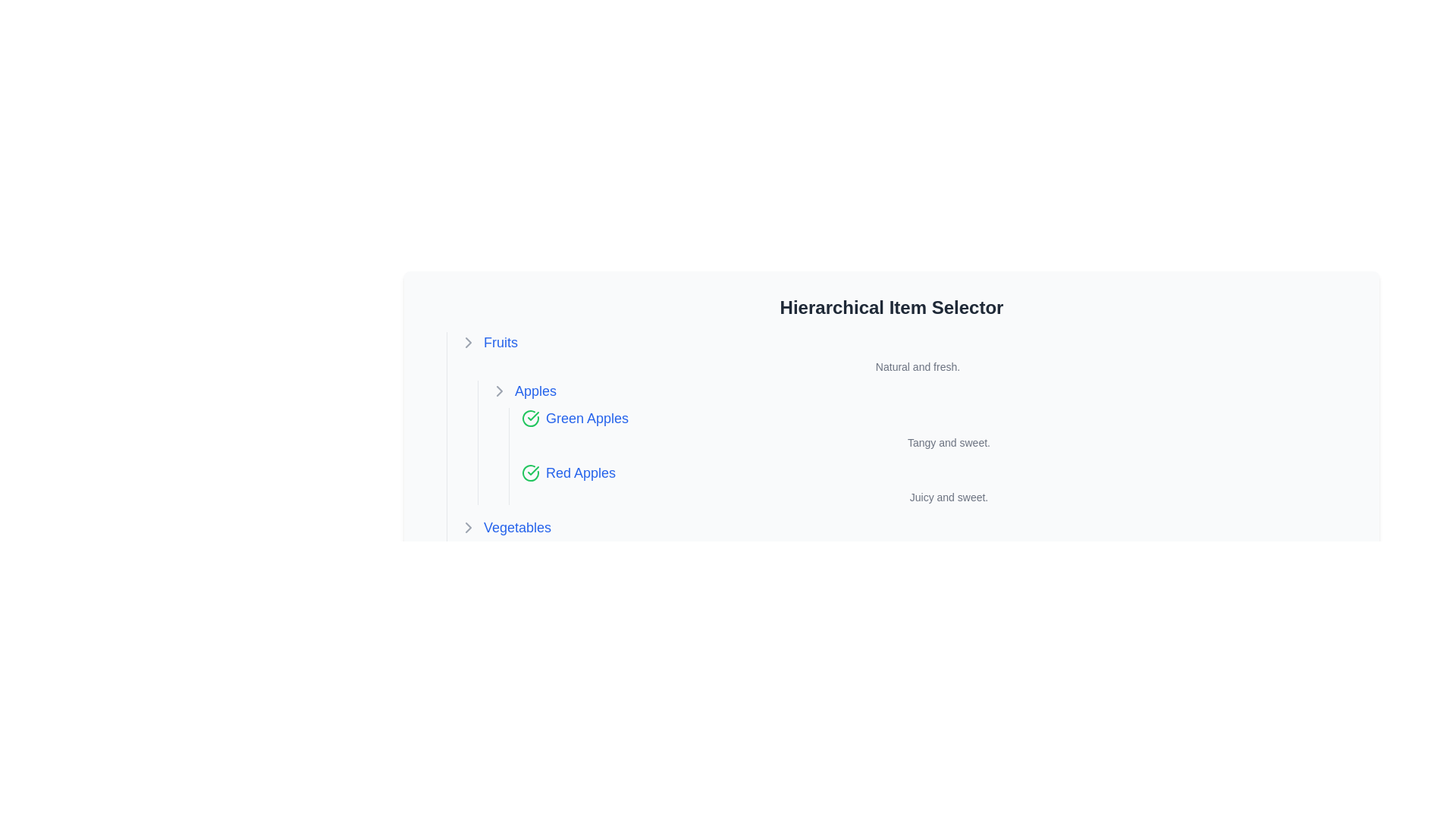 This screenshot has width=1456, height=819. What do you see at coordinates (937, 497) in the screenshot?
I see `the text label that reads 'Juicy and sweet.' which is styled in a small gray font and positioned directly beneath 'Red Apples.'` at bounding box center [937, 497].